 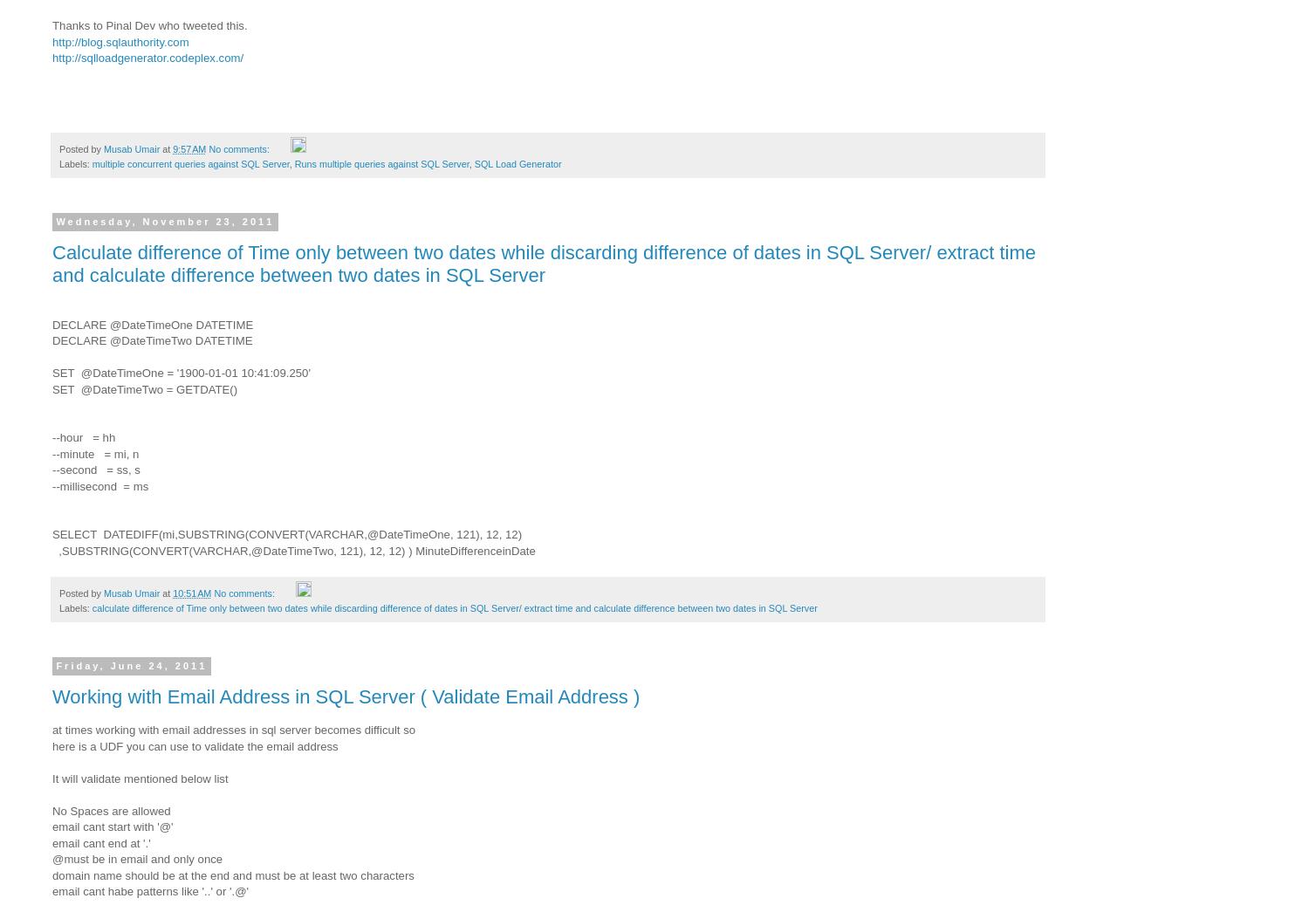 I want to click on 'domain name should be at the end and must be at least two characters', so click(x=52, y=874).